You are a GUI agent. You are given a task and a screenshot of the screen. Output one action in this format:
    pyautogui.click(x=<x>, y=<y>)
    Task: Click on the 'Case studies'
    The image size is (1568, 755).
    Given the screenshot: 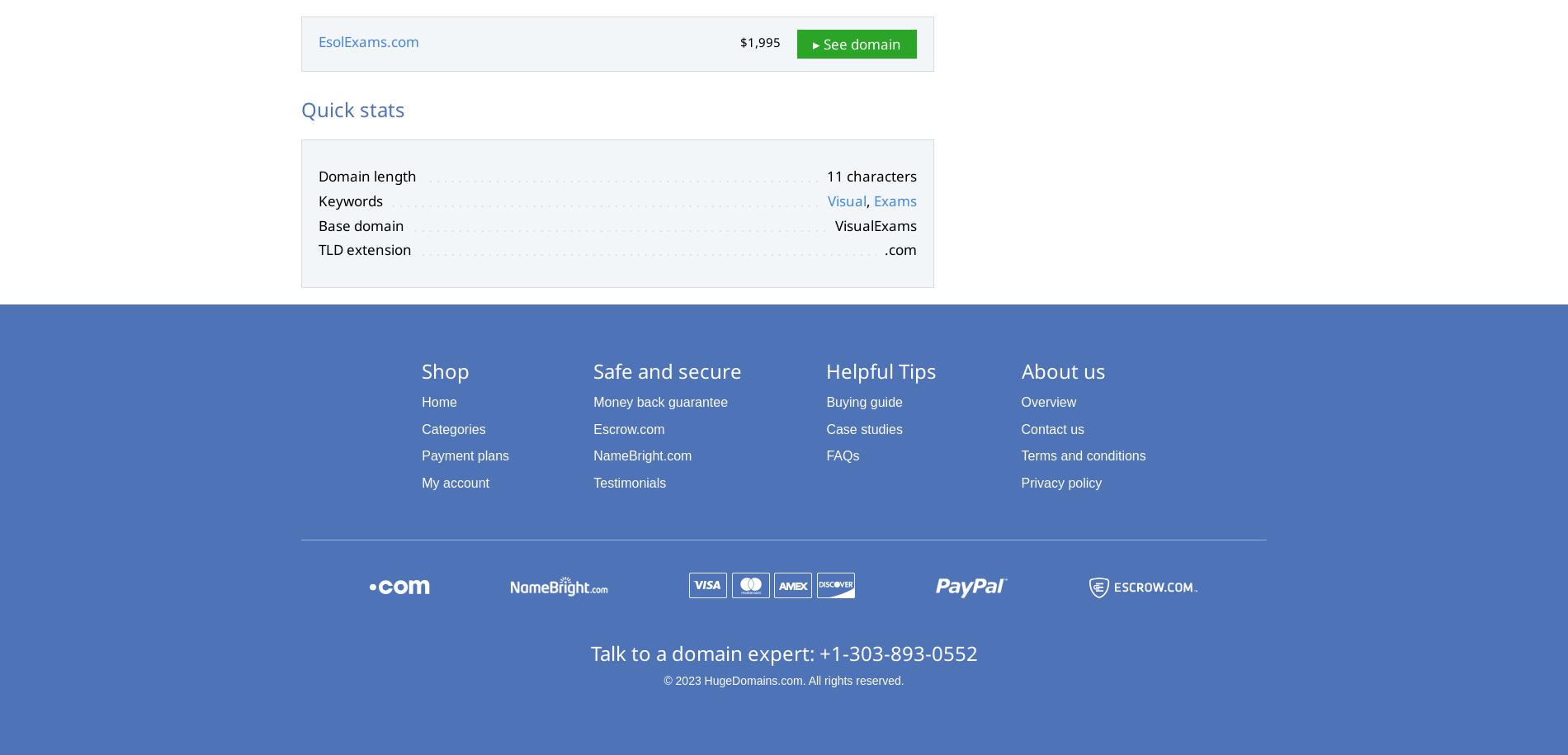 What is the action you would take?
    pyautogui.click(x=864, y=428)
    